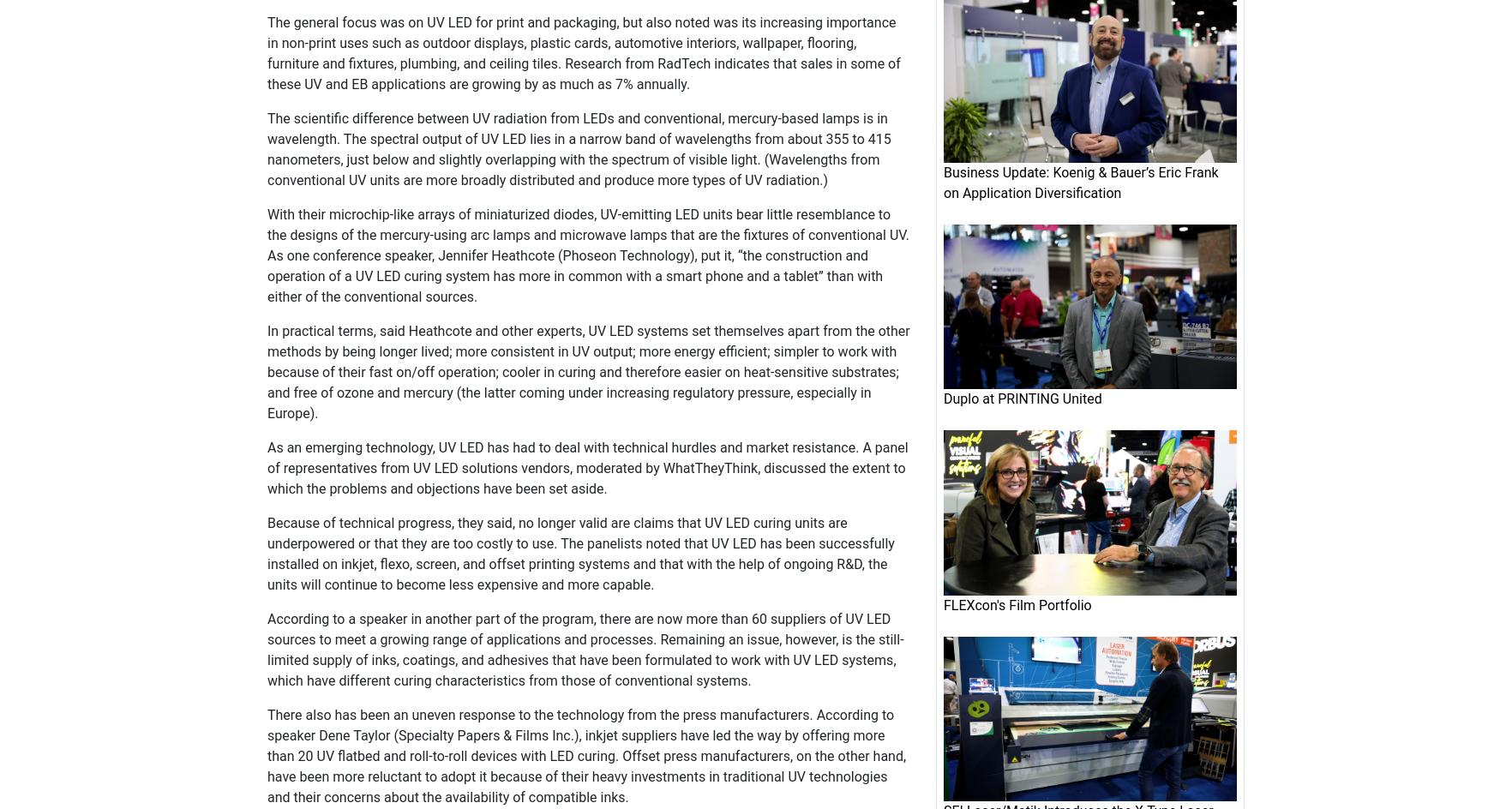  What do you see at coordinates (584, 52) in the screenshot?
I see `'The general focus was on UV LED for print and packaging, but also noted was its increasing importance in non-print uses such as outdoor displays, plastic cards, automotive interiors, wallpaper, flooring, furniture and fixtures, plumbing, and ceiling tiles. Research from RadTech indicates that sales in some of these UV and EB applications are growing by as much as 7% annually.'` at bounding box center [584, 52].